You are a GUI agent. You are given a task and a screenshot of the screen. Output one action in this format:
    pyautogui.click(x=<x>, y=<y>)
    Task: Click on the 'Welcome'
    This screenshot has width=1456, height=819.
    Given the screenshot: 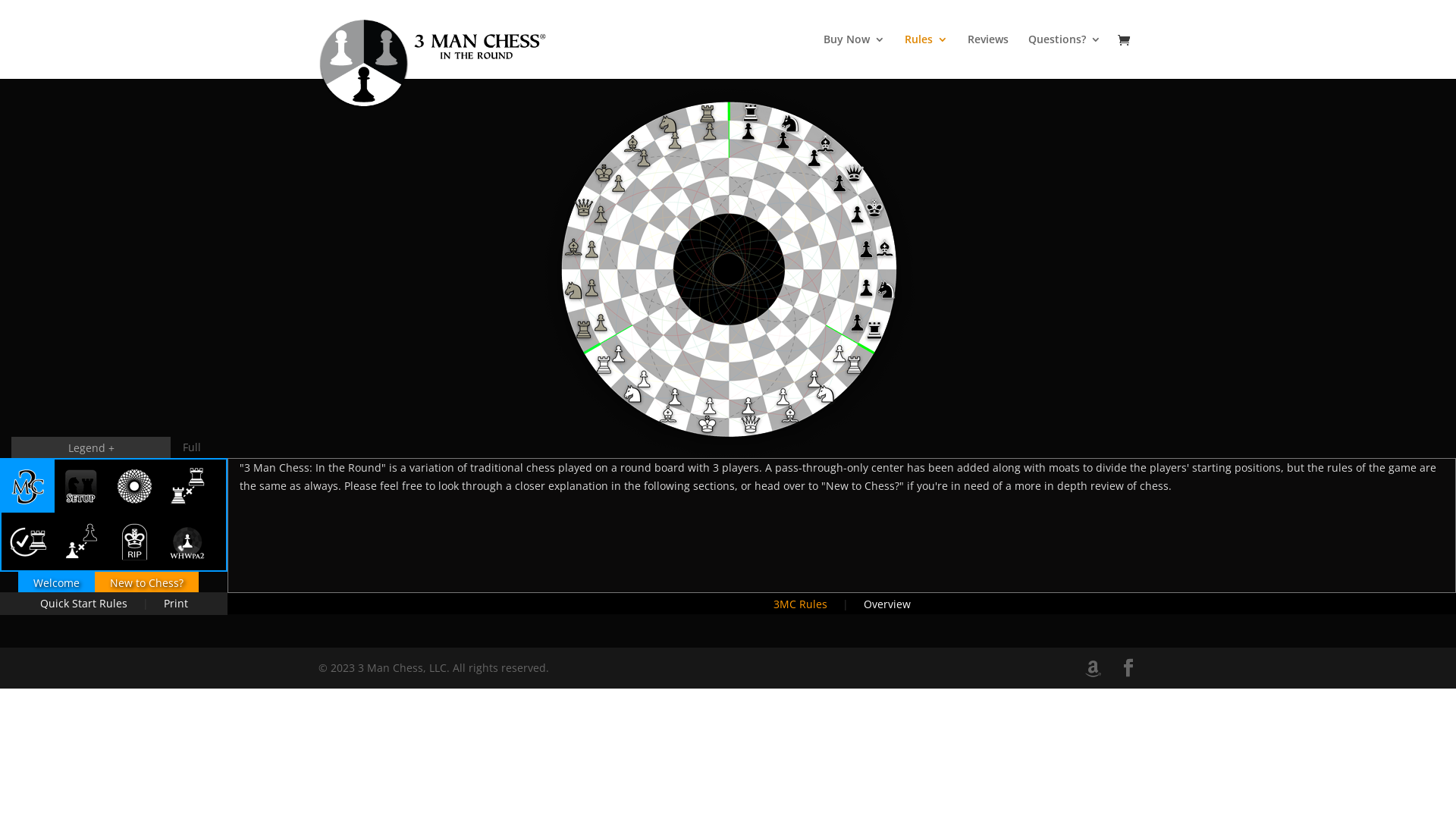 What is the action you would take?
    pyautogui.click(x=56, y=581)
    